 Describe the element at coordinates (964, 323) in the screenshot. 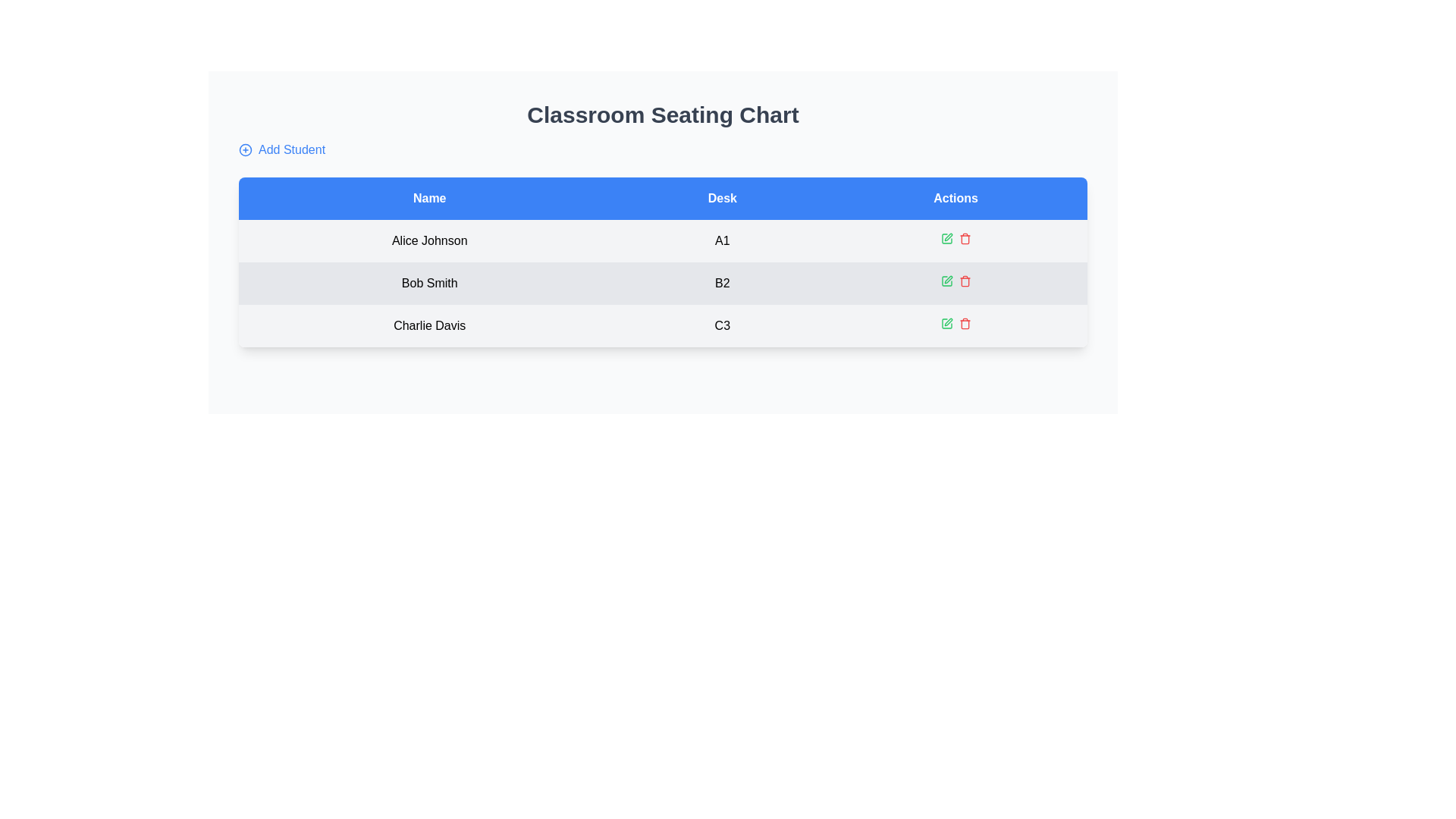

I see `the trash can icon` at that location.